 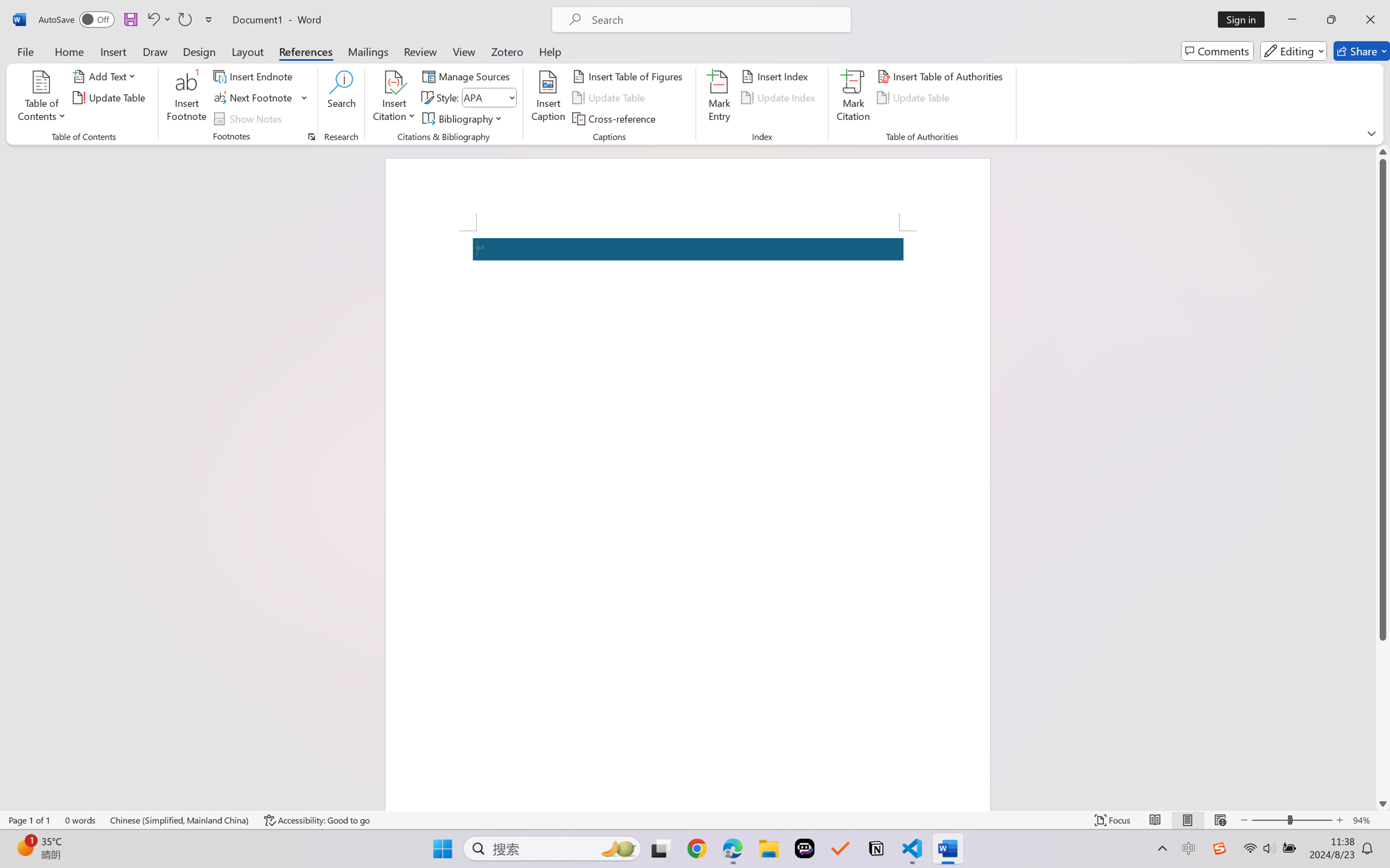 What do you see at coordinates (42, 98) in the screenshot?
I see `'Table of Contents'` at bounding box center [42, 98].